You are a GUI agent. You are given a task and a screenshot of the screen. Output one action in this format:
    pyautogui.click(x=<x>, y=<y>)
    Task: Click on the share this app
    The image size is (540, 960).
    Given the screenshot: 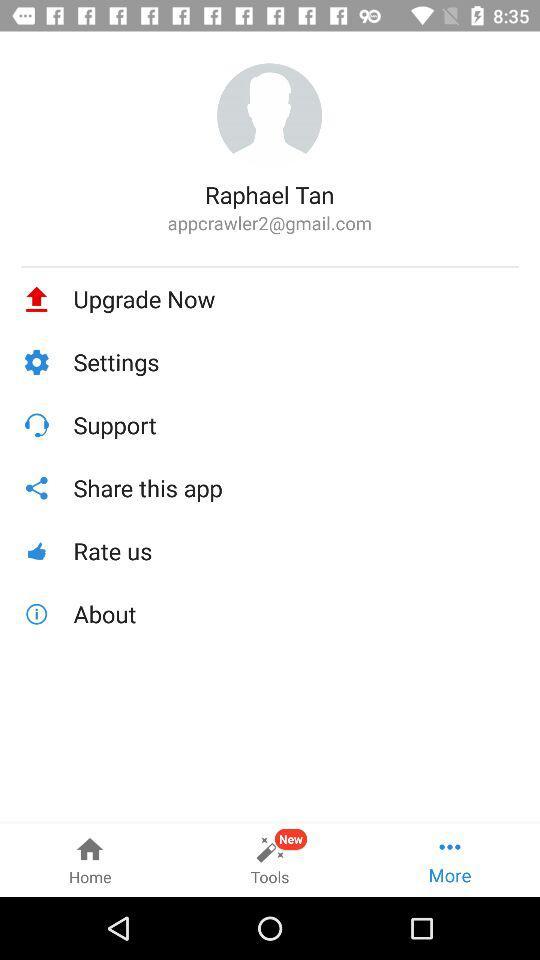 What is the action you would take?
    pyautogui.click(x=295, y=487)
    